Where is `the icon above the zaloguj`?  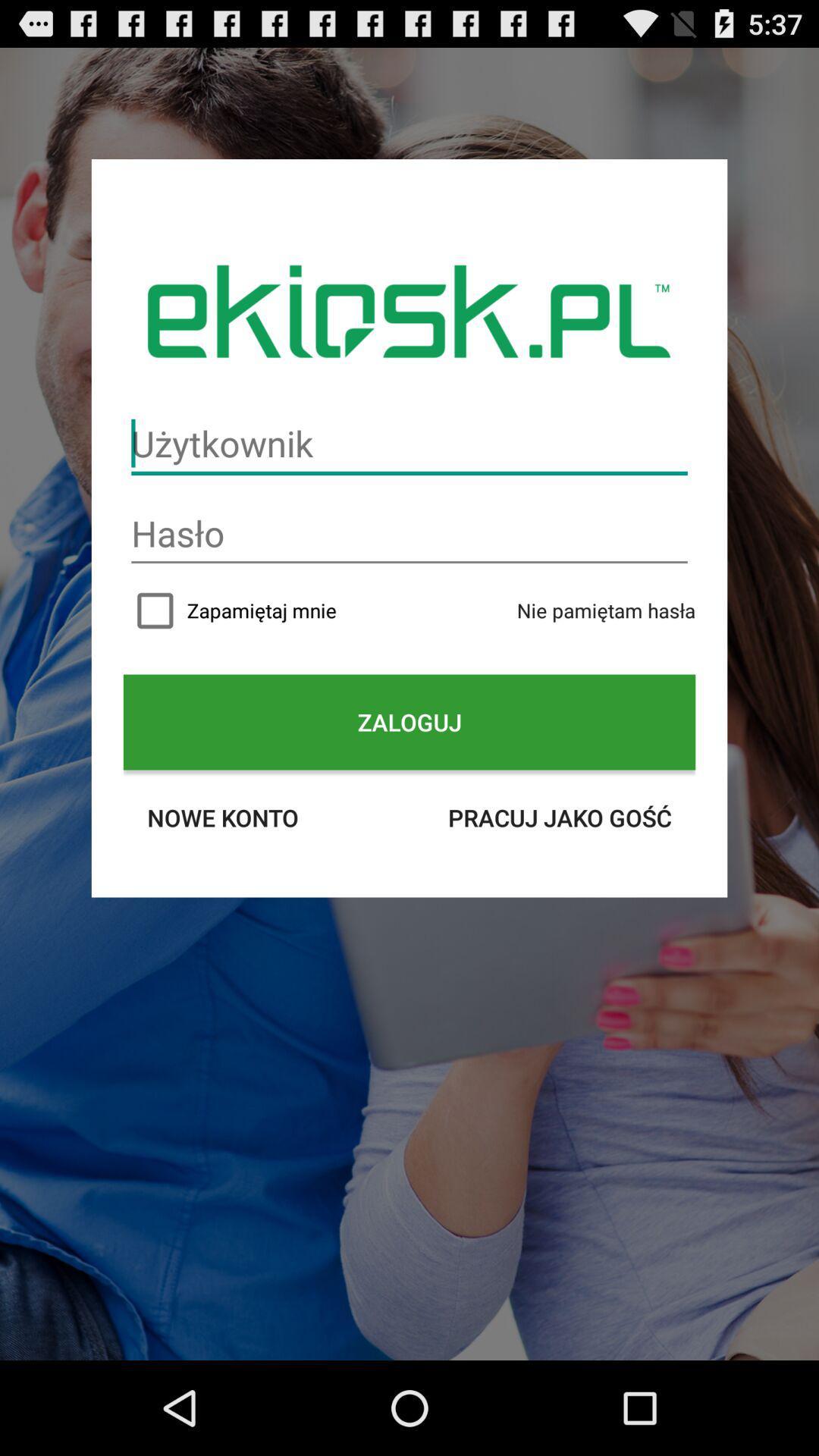 the icon above the zaloguj is located at coordinates (605, 610).